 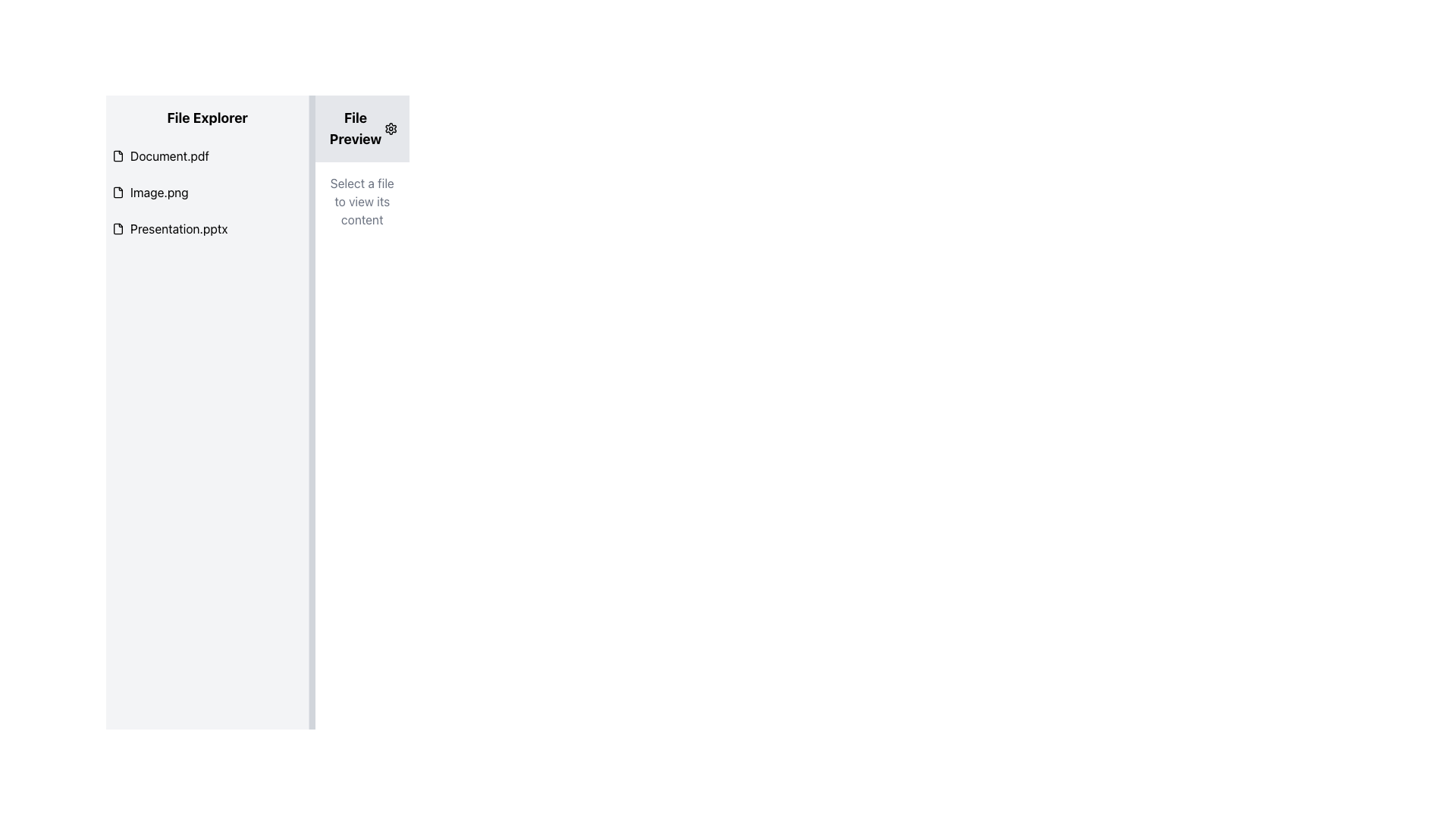 I want to click on the text label for the file named 'Document.pdf', so click(x=170, y=155).